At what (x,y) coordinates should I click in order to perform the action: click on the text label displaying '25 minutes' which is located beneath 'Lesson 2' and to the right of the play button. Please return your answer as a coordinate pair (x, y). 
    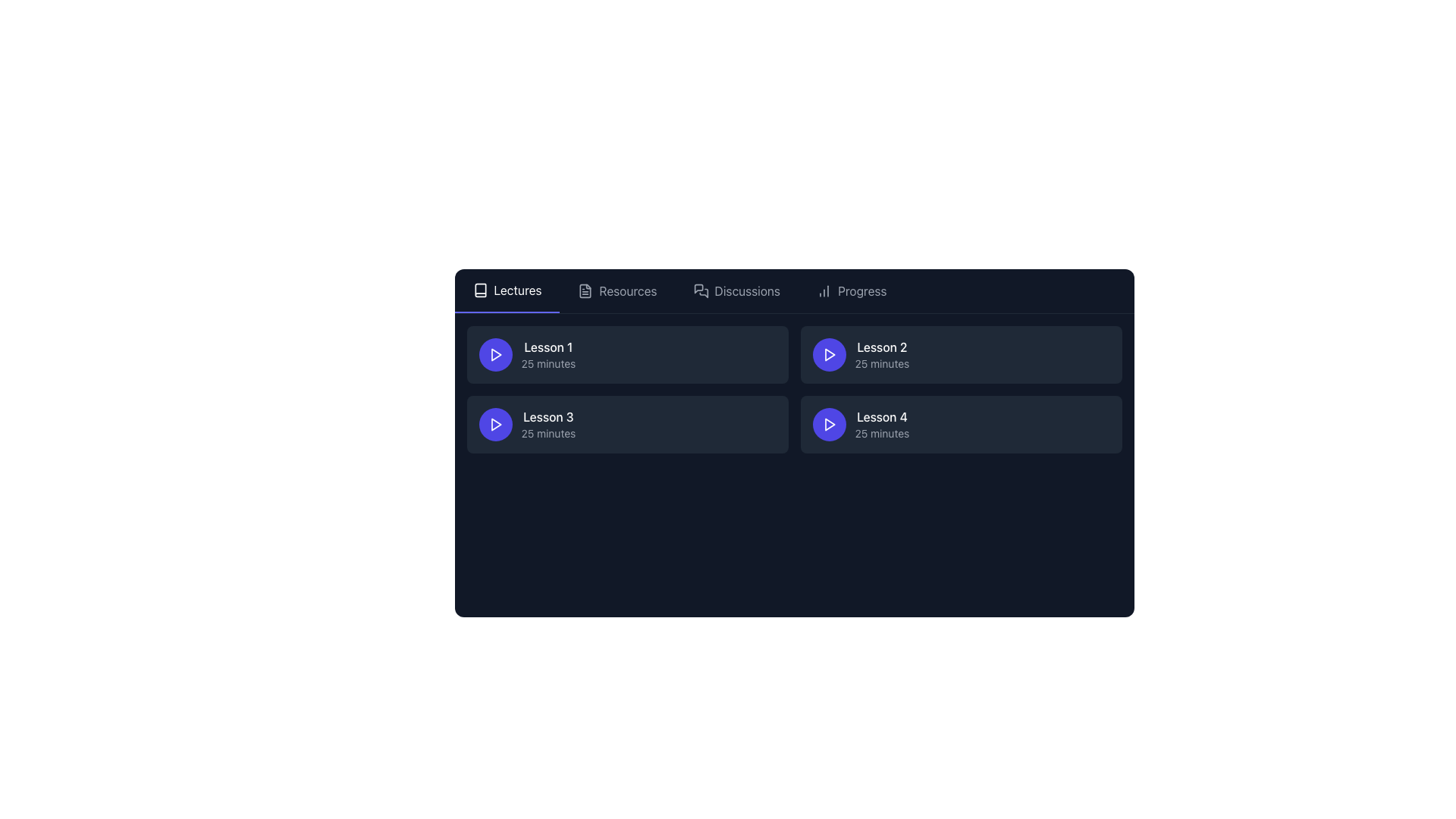
    Looking at the image, I should click on (882, 363).